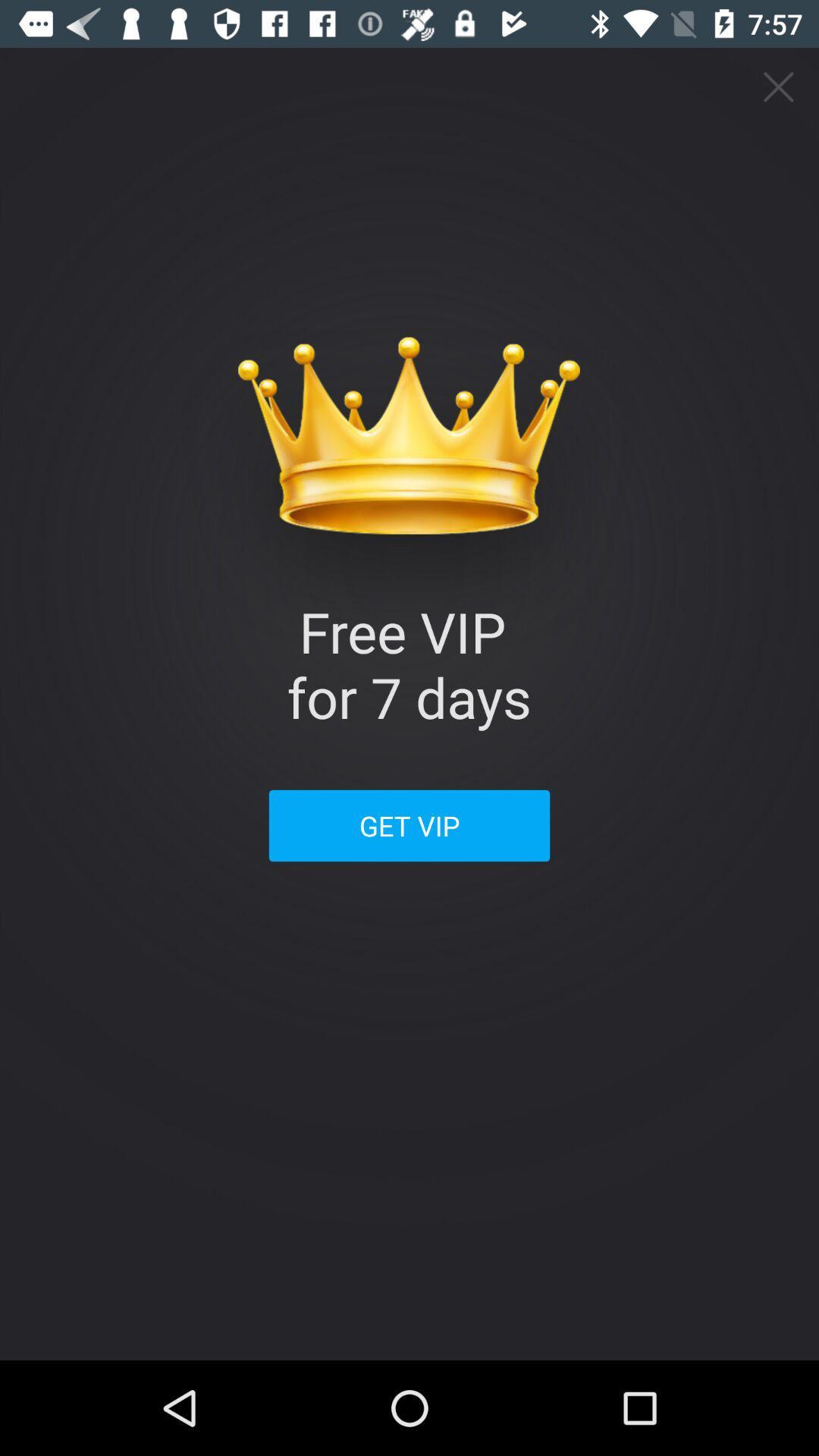 The height and width of the screenshot is (1456, 819). What do you see at coordinates (409, 825) in the screenshot?
I see `get vip` at bounding box center [409, 825].